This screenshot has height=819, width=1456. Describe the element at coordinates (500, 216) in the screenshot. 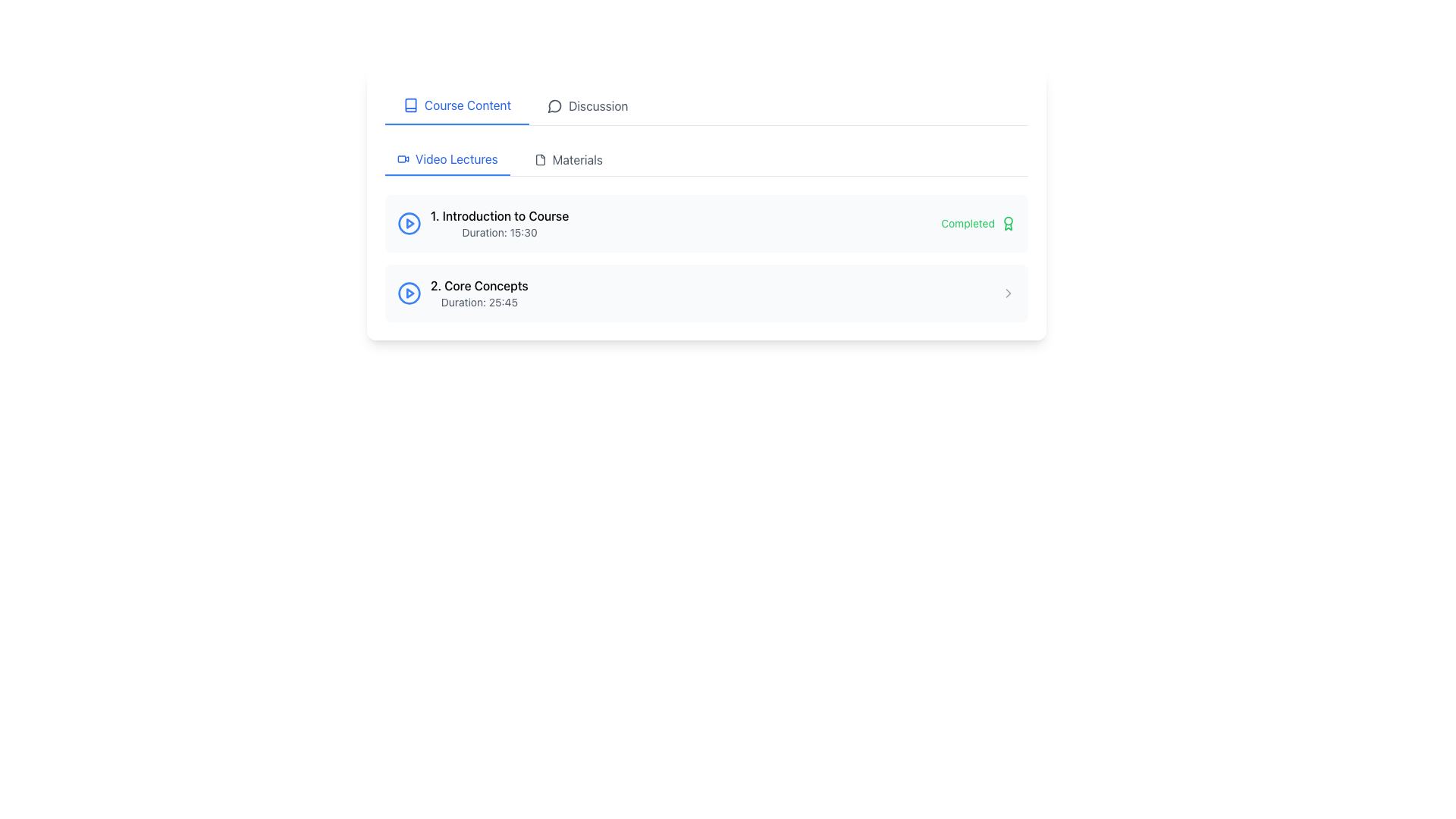

I see `the static text element that serves as the title for a video lecture, positioned above the 'Duration: 15:30' text in the 'Video Lectures' tab` at that location.